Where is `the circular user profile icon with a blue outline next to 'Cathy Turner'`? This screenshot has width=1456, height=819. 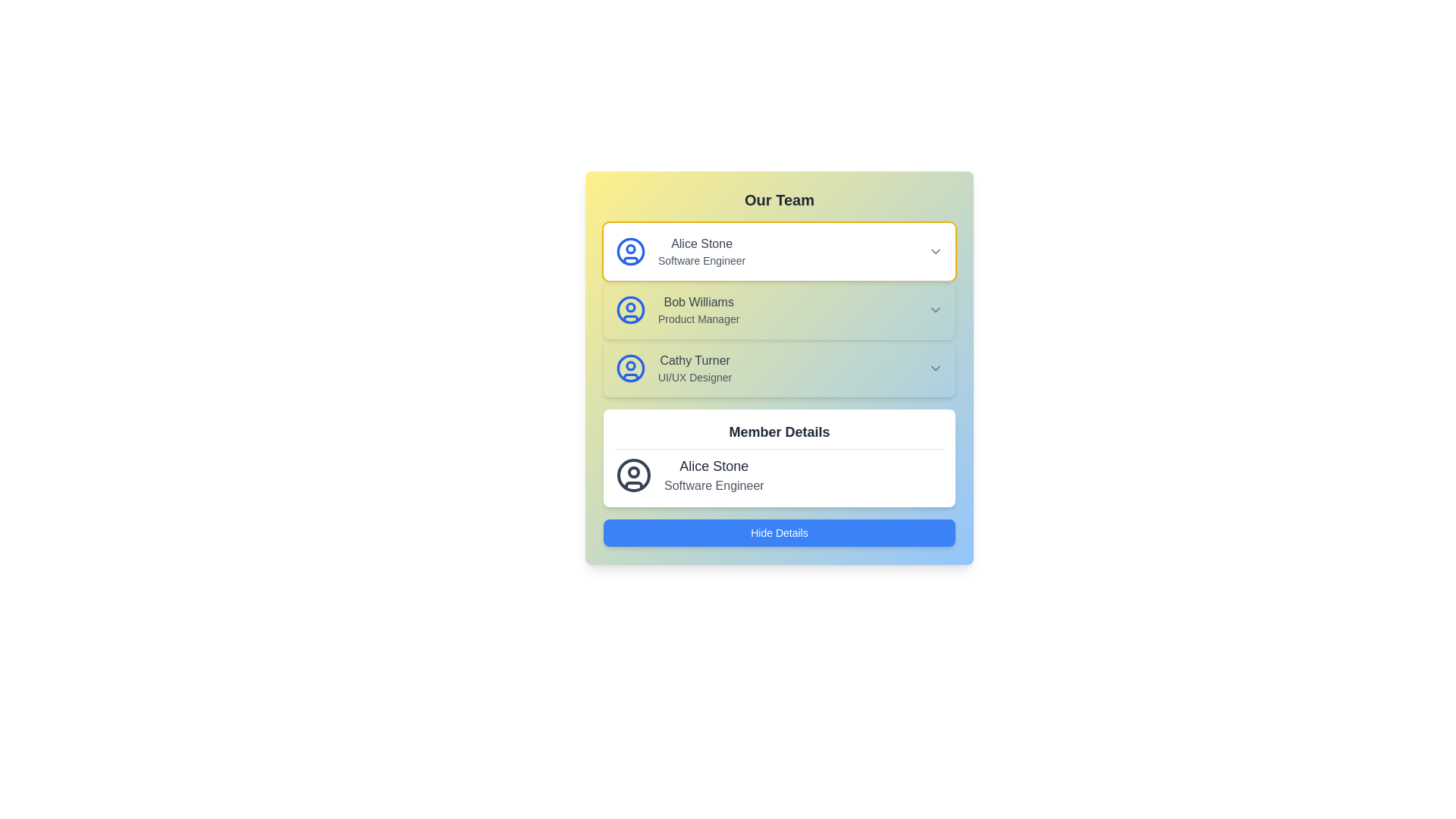 the circular user profile icon with a blue outline next to 'Cathy Turner' is located at coordinates (630, 369).